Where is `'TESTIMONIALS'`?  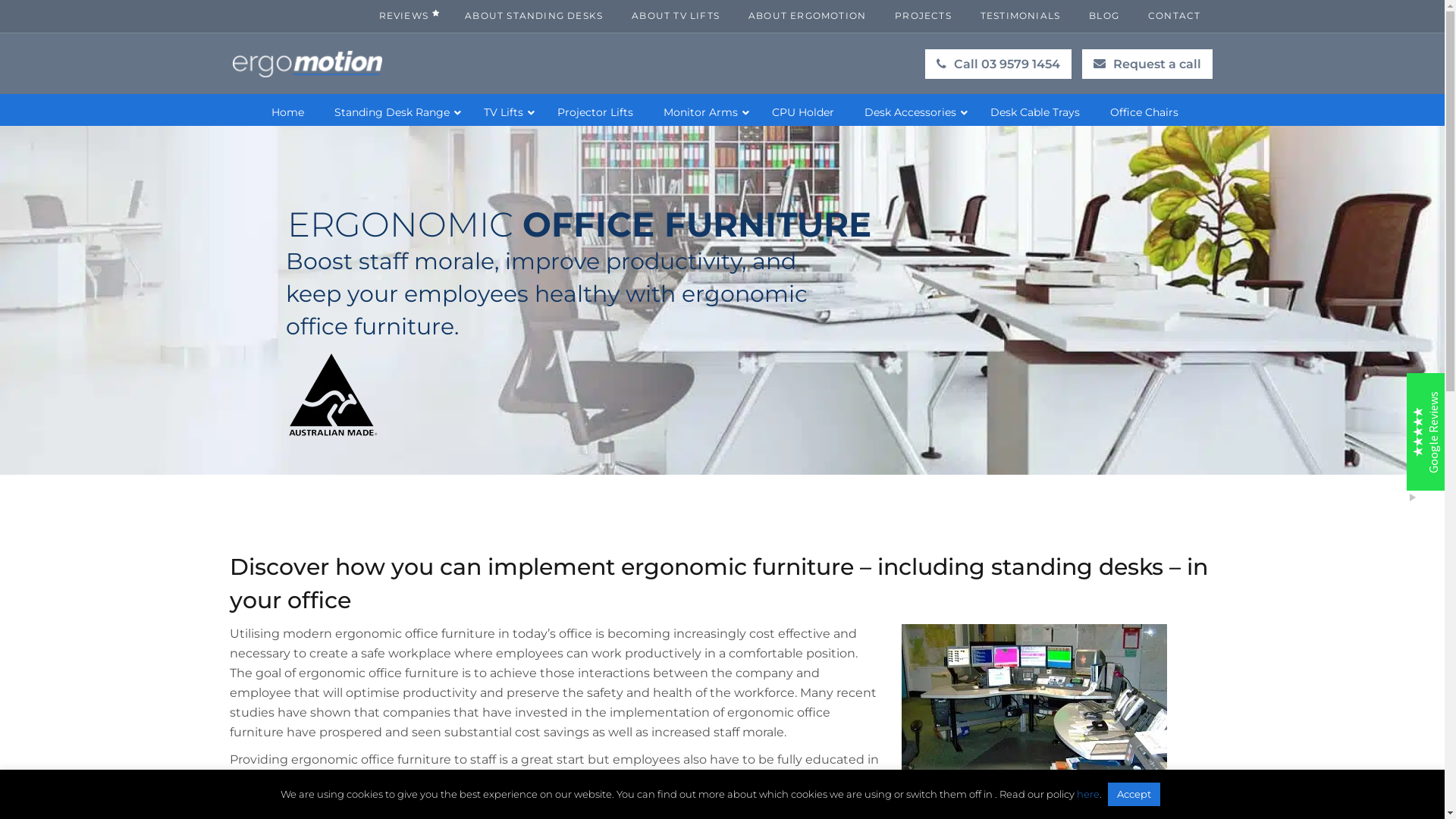
'TESTIMONIALS' is located at coordinates (1020, 15).